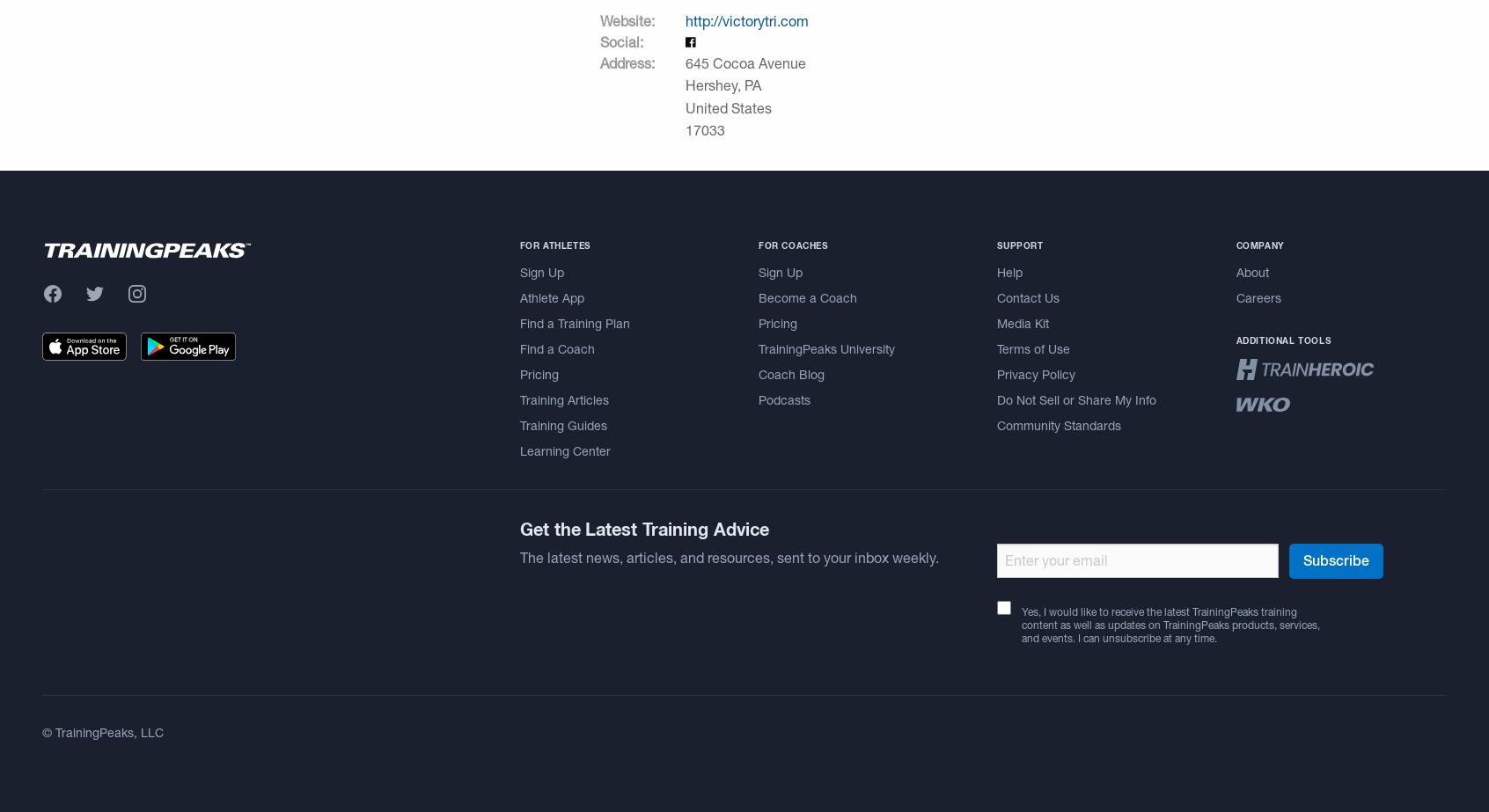  I want to click on 'For Coaches', so click(791, 245).